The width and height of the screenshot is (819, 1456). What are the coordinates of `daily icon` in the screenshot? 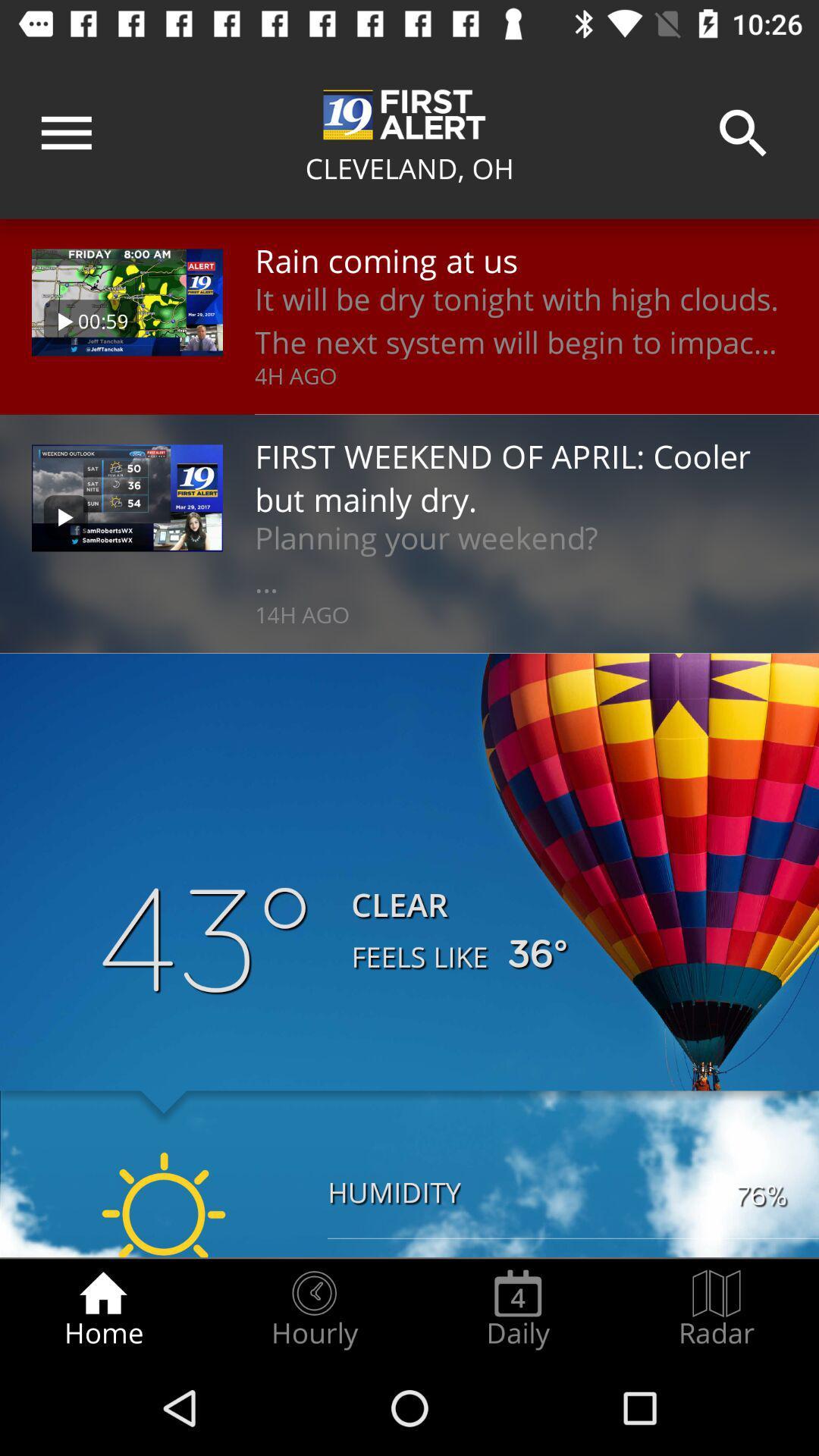 It's located at (517, 1309).